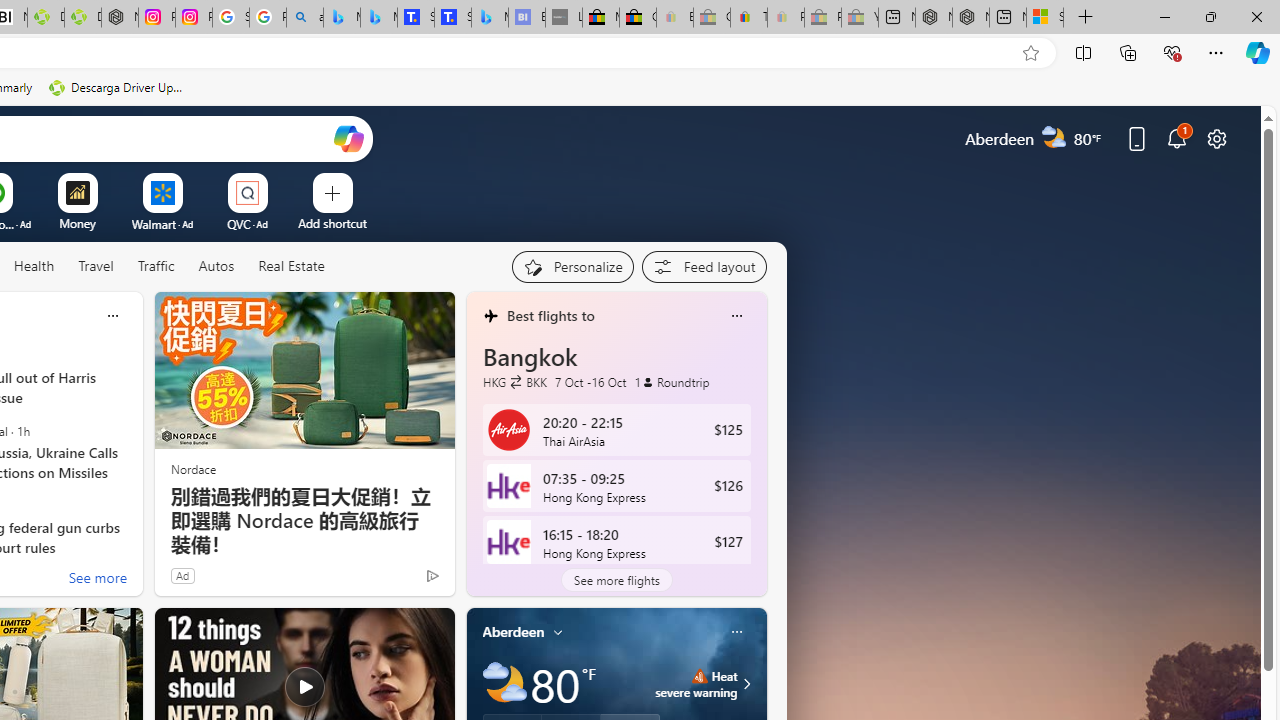 Image resolution: width=1280 pixels, height=720 pixels. Describe the element at coordinates (745, 683) in the screenshot. I see `'Class: weather-arrow-glyph'` at that location.